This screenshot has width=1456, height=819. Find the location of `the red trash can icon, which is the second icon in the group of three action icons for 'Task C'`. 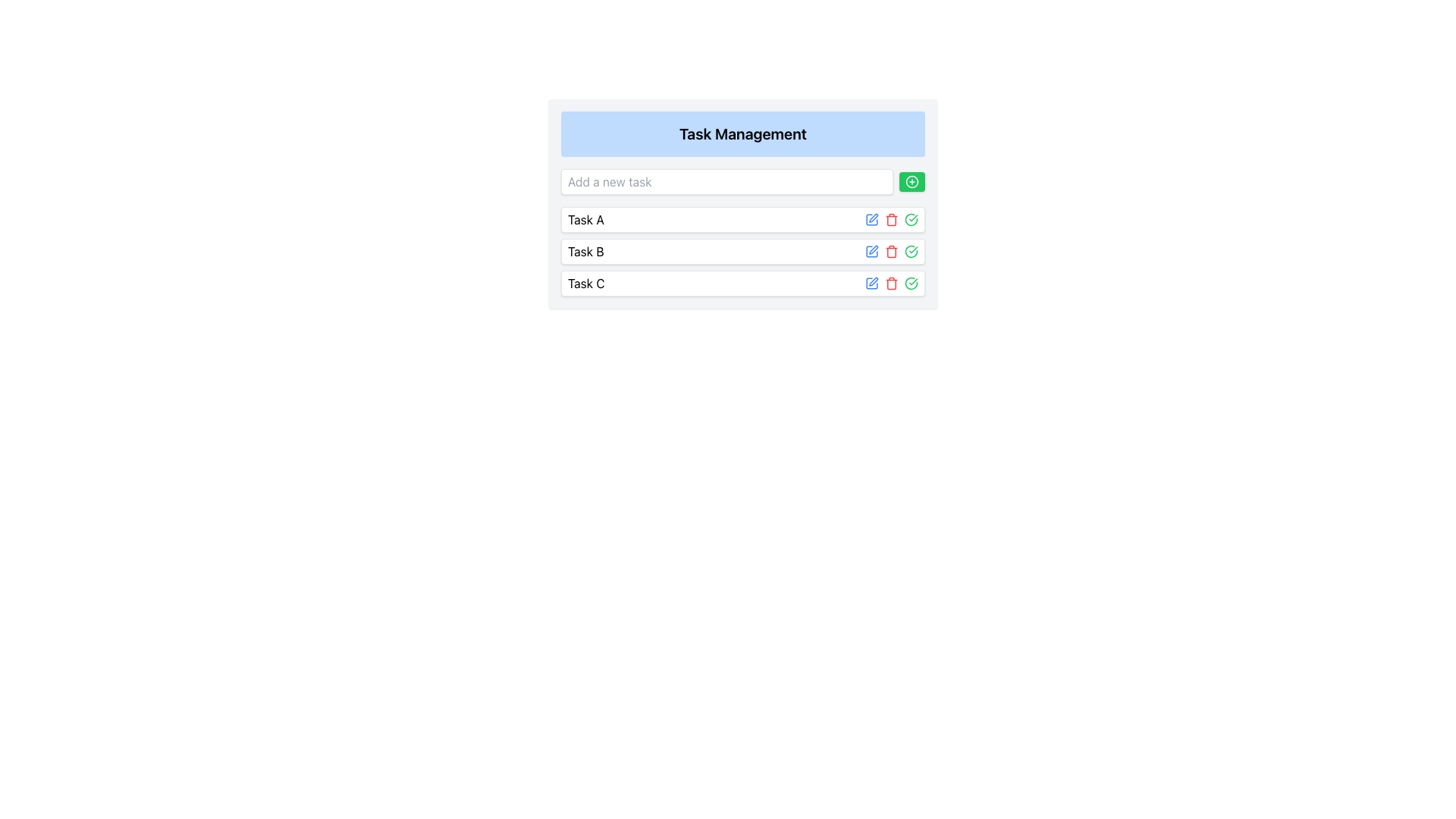

the red trash can icon, which is the second icon in the group of three action icons for 'Task C' is located at coordinates (892, 284).